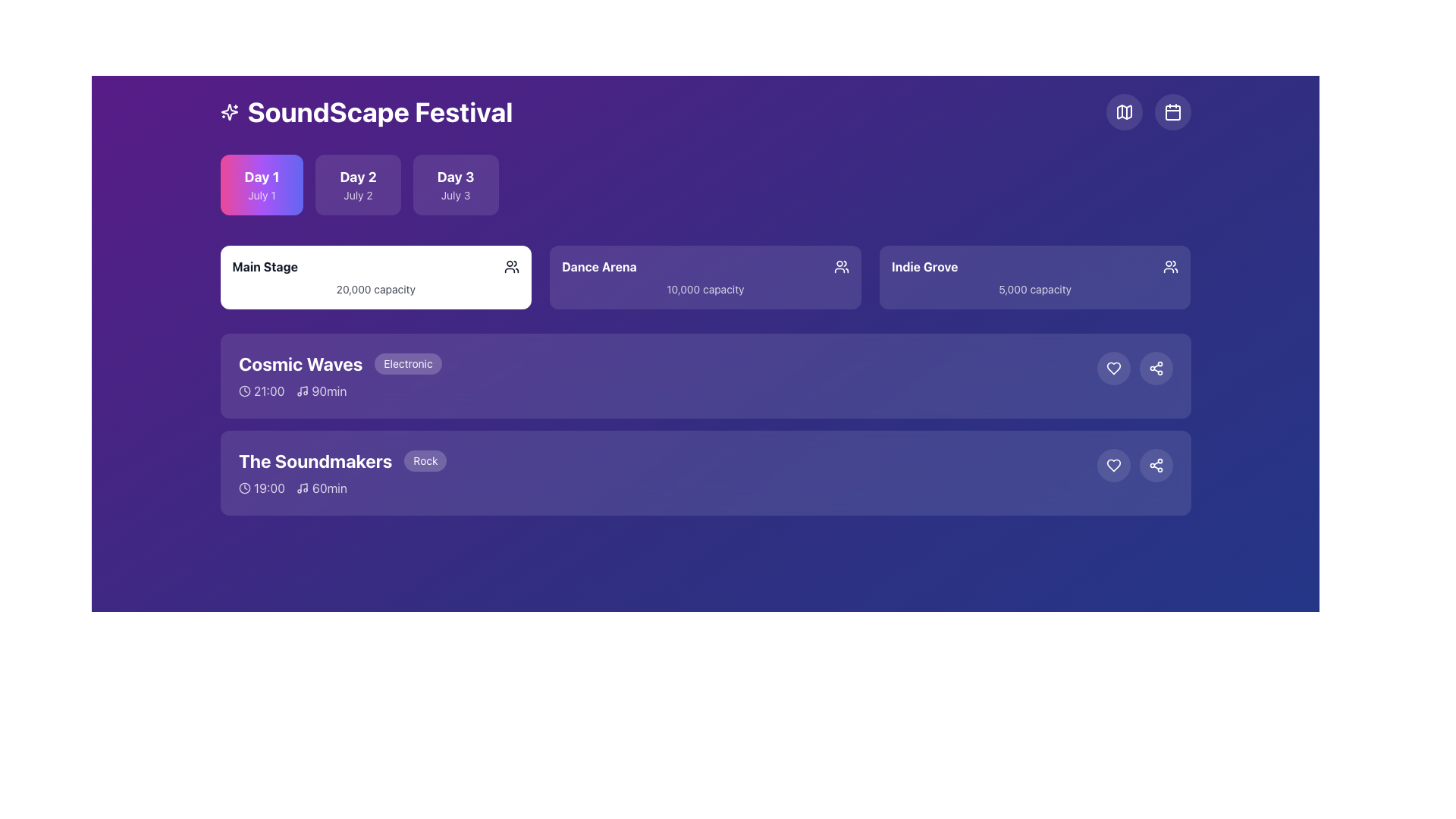 The height and width of the screenshot is (819, 1456). I want to click on and interpret the text displayed in the text label '5,000 capacity', which is positioned below the title 'Indie Grove' within the venue card, so click(1034, 289).